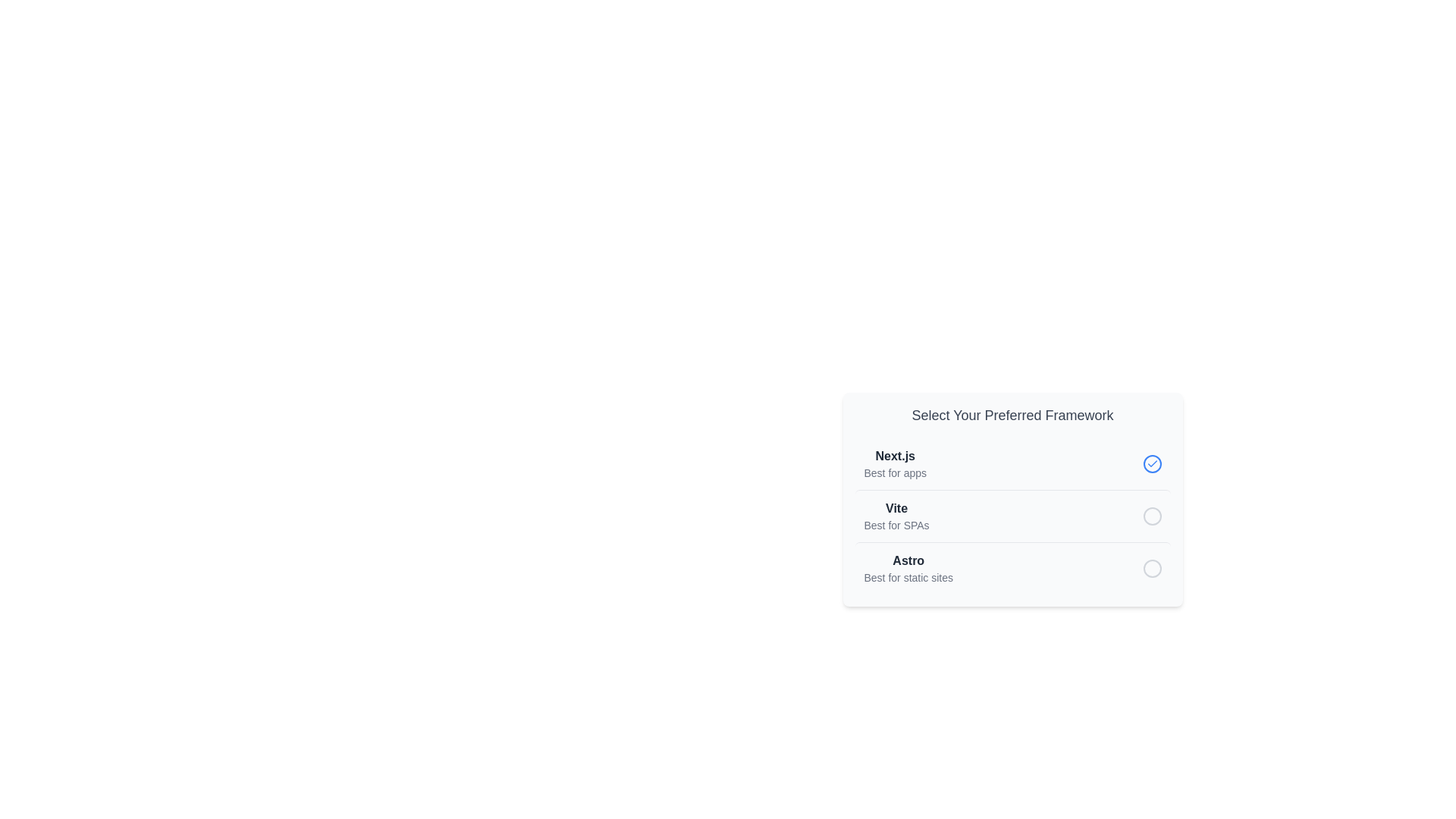 The width and height of the screenshot is (1456, 819). Describe the element at coordinates (908, 578) in the screenshot. I see `the text label displaying 'Best for static sites', which is located below the 'Astro' title in the framework selection list` at that location.